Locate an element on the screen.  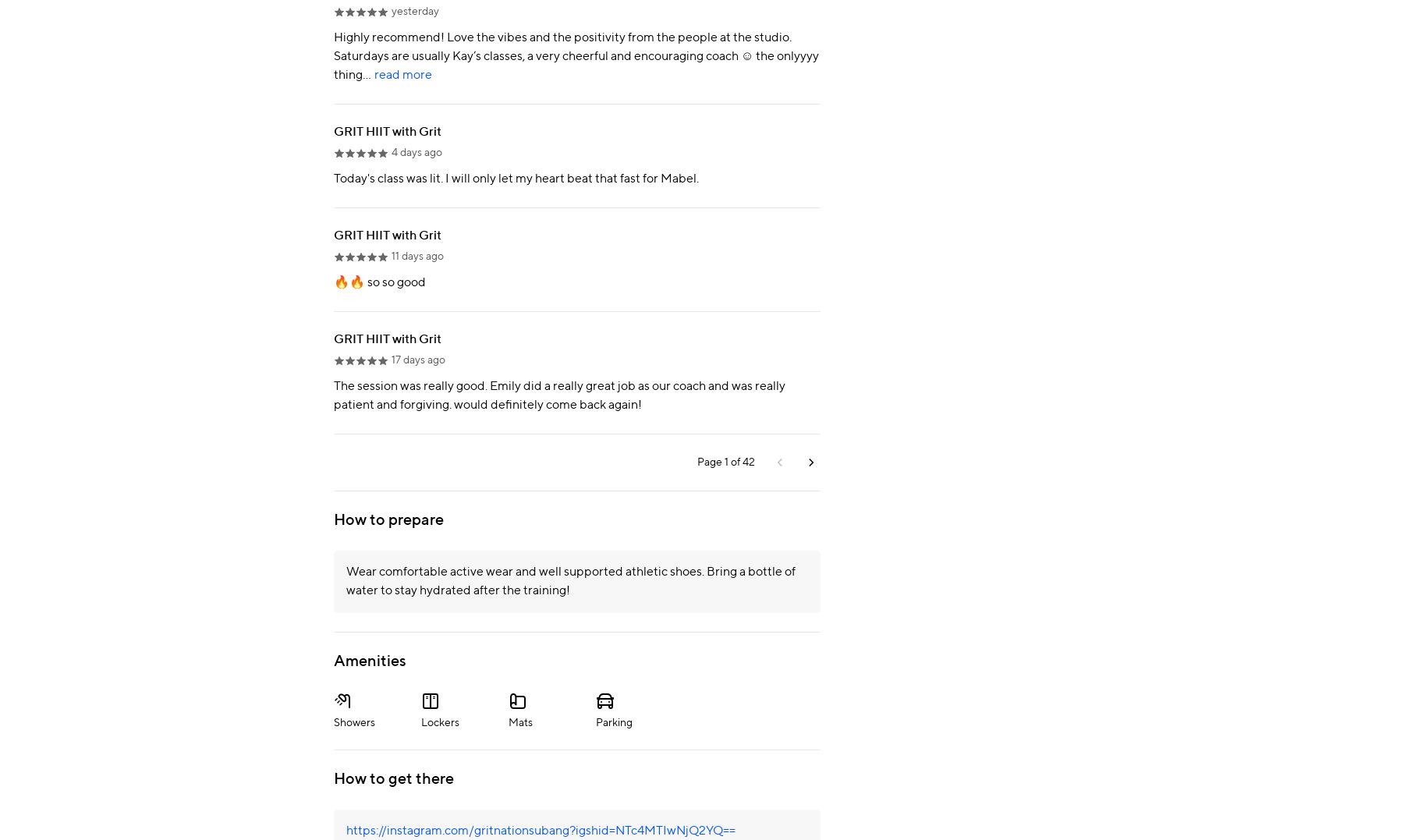
'https://instagram.com/gritnationsubang?igshid=NTc4MTIwNjQ2YQ==' is located at coordinates (346, 831).